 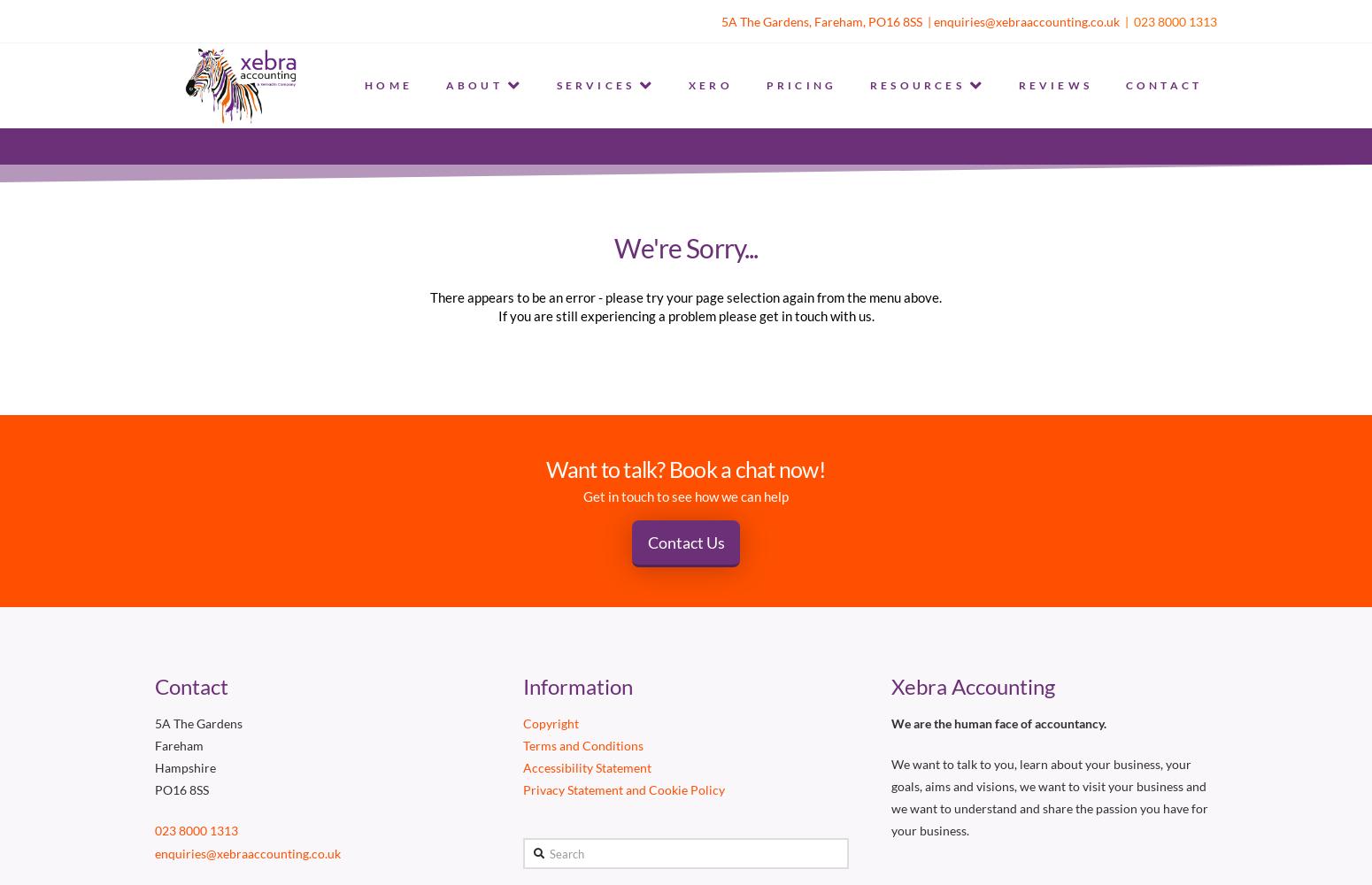 What do you see at coordinates (590, 166) in the screenshot?
I see `'ACCOUNTING'` at bounding box center [590, 166].